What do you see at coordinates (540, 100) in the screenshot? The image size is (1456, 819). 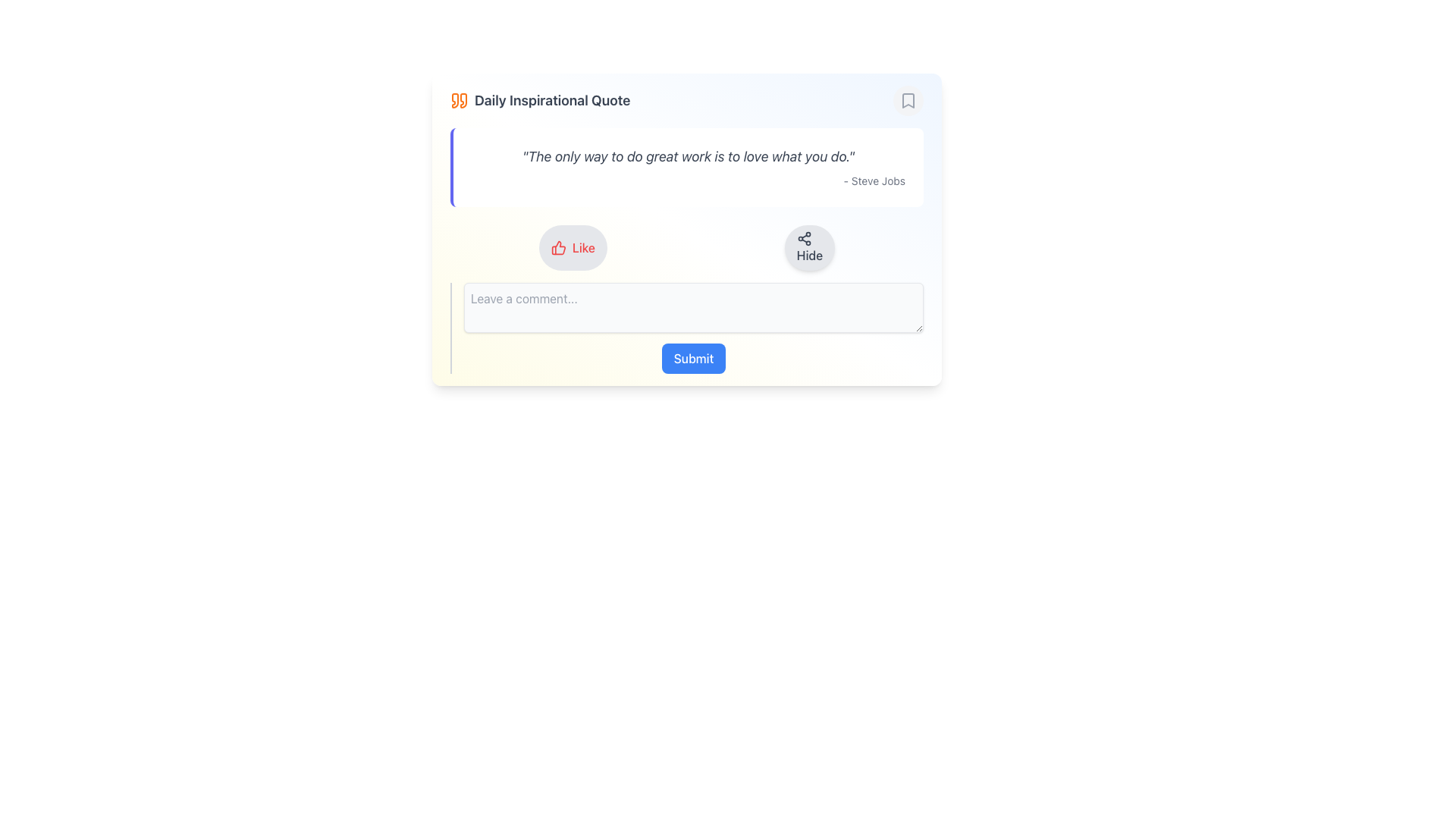 I see `the Text Label that serves as a title for the section indicating the purpose of the content below, which provides daily inspirational quotes` at bounding box center [540, 100].